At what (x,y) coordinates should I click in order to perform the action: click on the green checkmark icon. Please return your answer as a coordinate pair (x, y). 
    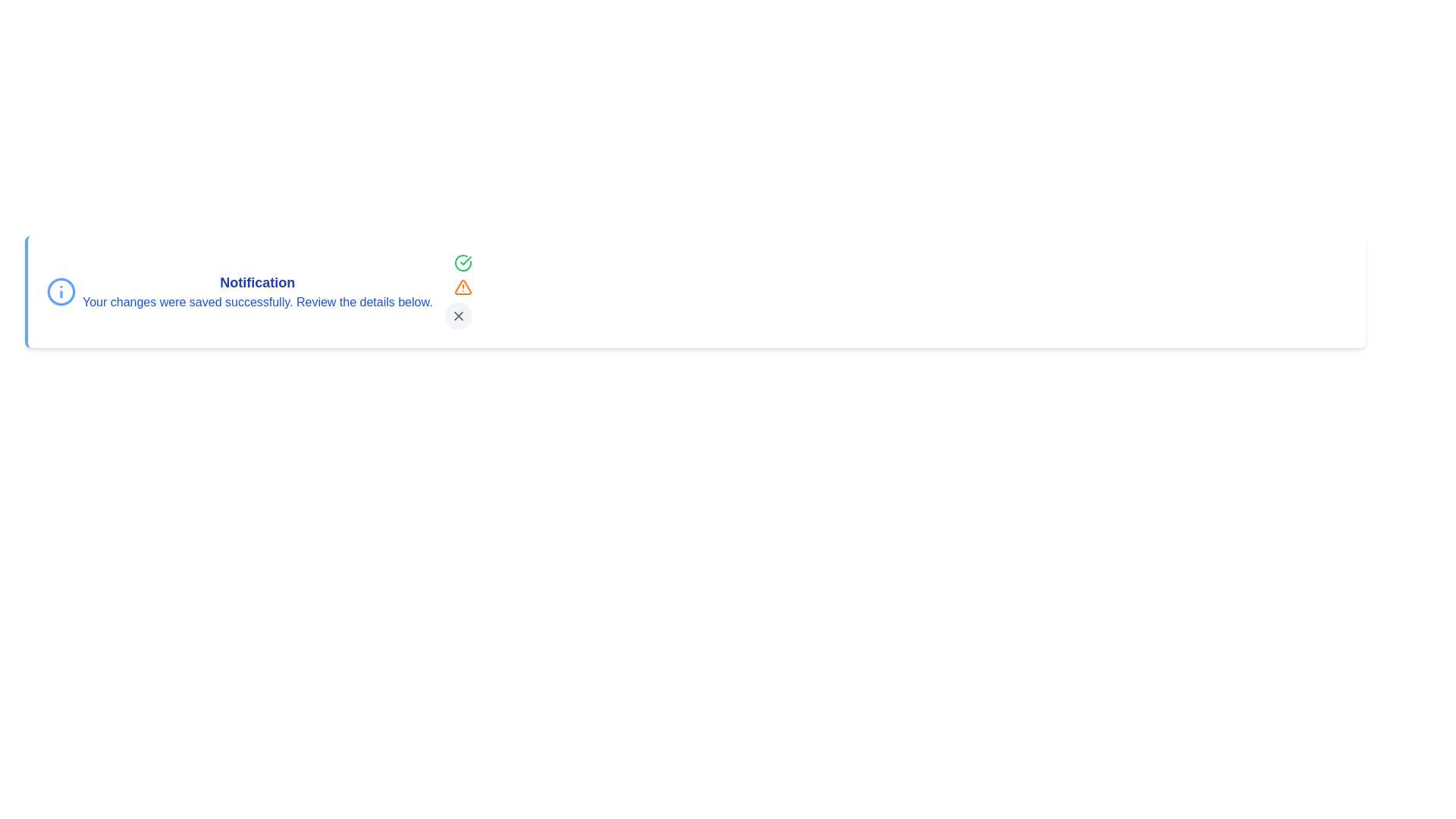
    Looking at the image, I should click on (462, 262).